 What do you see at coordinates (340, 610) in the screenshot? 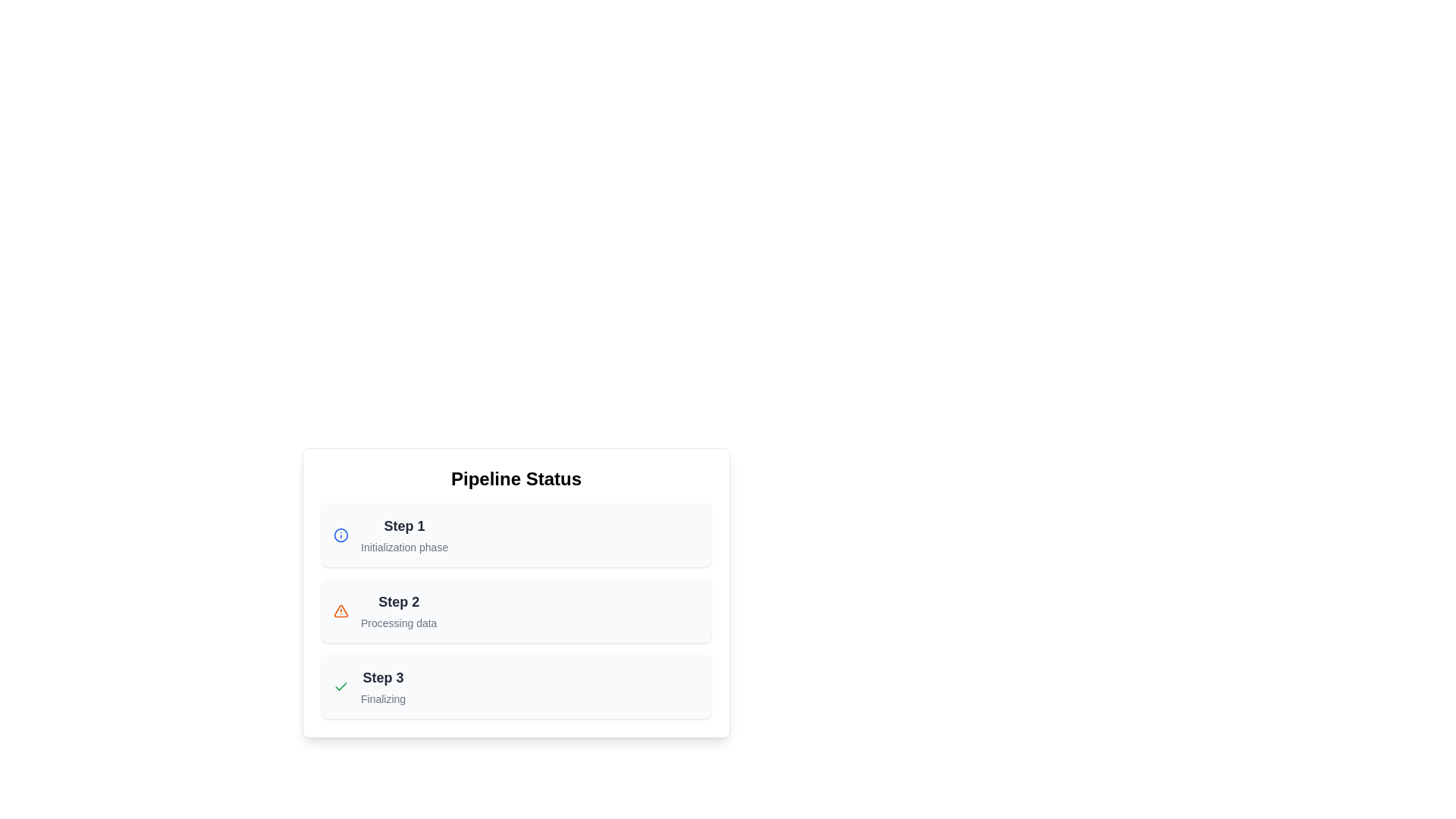
I see `the triangular orange warning icon, which is the leftmost icon in the second step of the pipeline status list` at bounding box center [340, 610].